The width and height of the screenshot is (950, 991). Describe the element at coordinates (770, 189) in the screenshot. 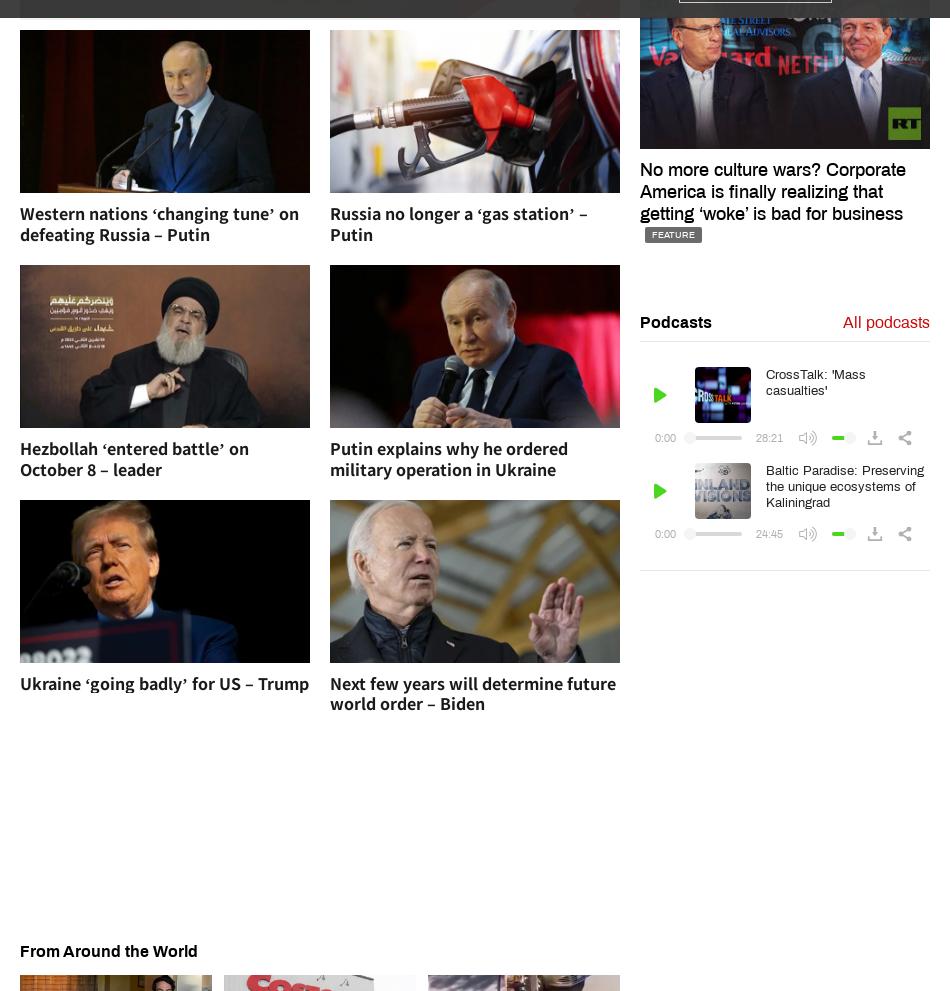

I see `'No more culture wars? Corporate America is finally realizing that getting ‘woke’ is bad for business'` at that location.